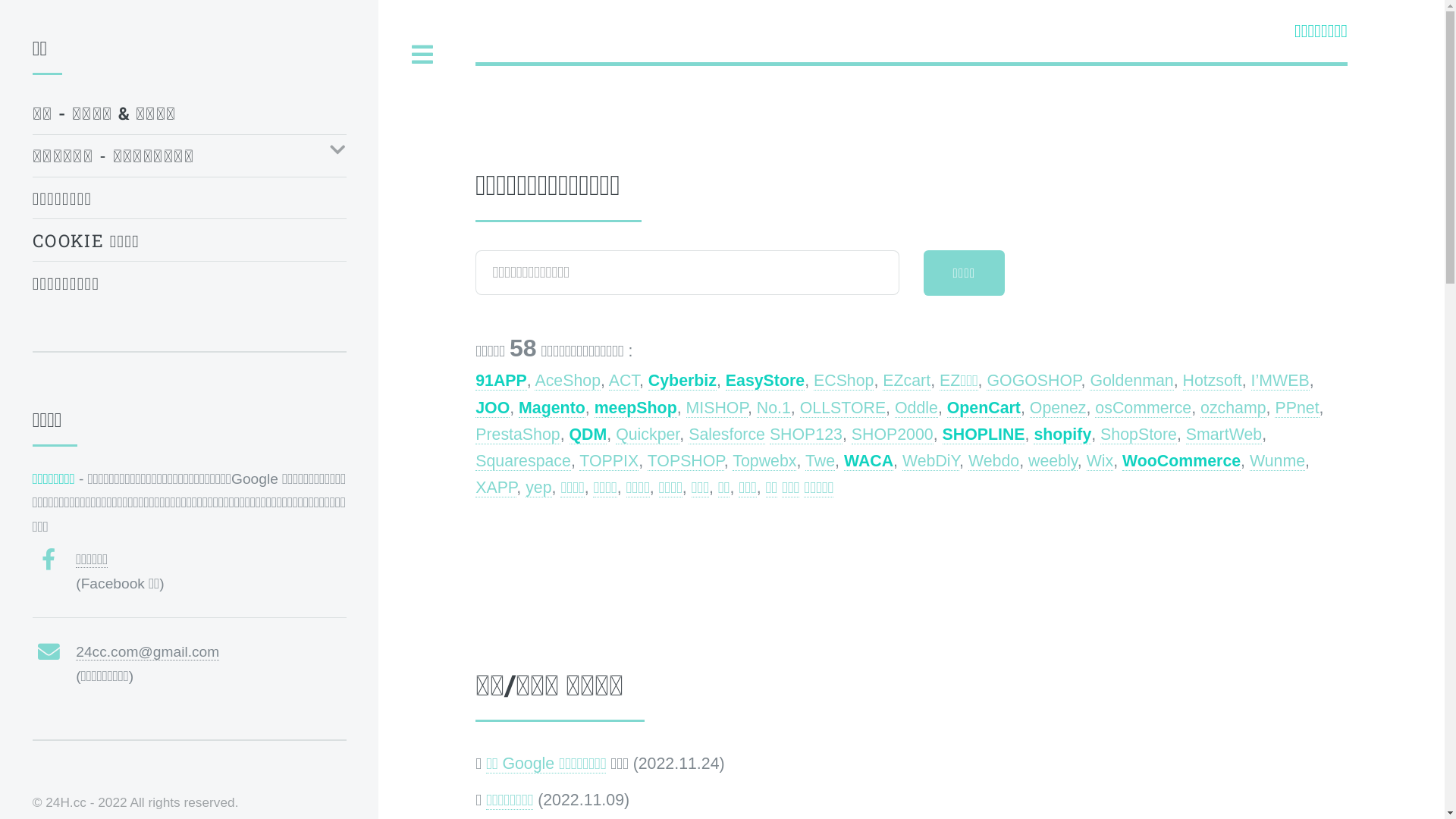  Describe the element at coordinates (517, 435) in the screenshot. I see `'PrestaShop'` at that location.